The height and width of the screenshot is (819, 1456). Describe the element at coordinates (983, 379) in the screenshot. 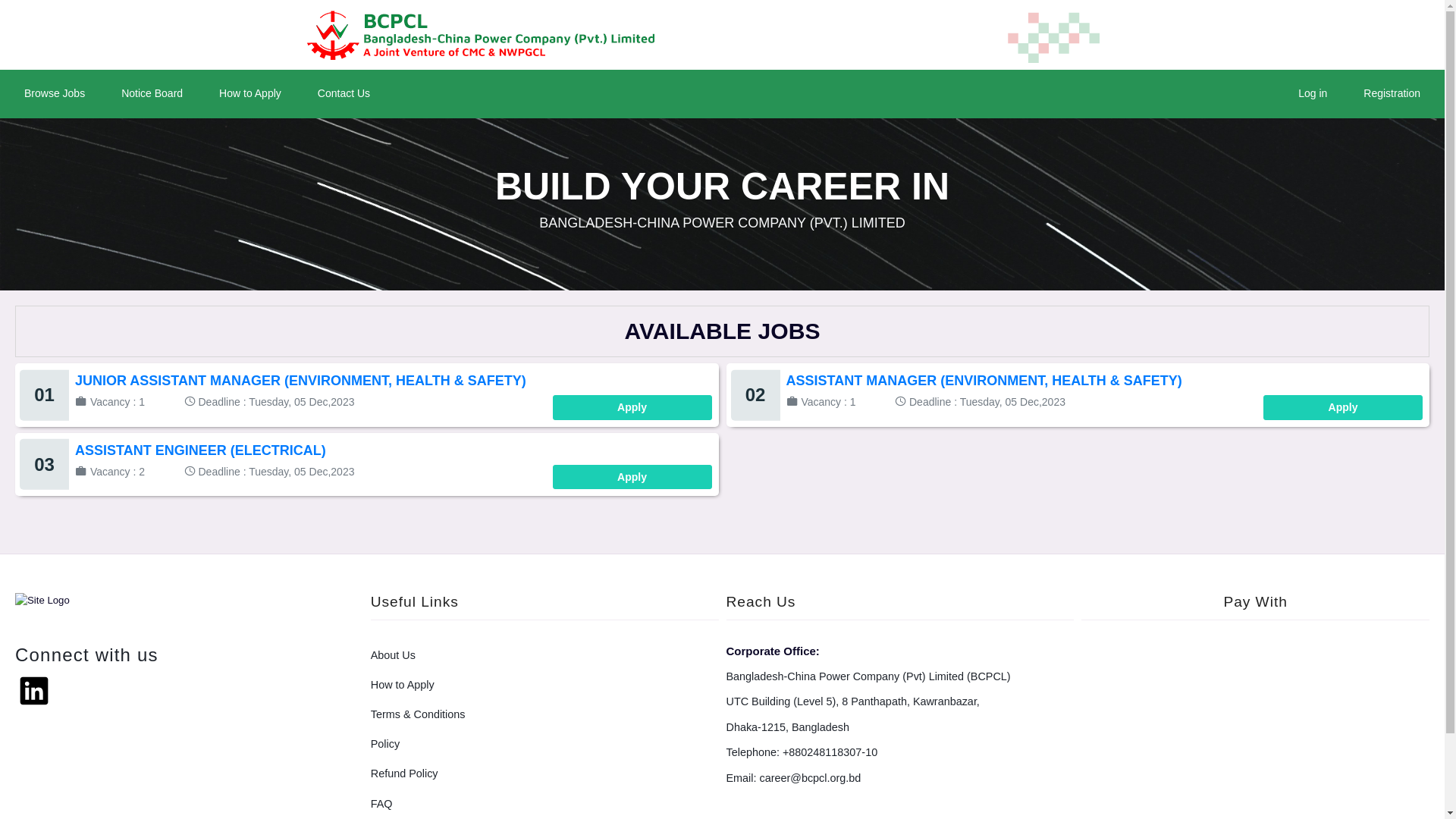

I see `'ASSISTANT MANAGER (ENVIRONMENT, HEALTH & SAFETY)'` at that location.